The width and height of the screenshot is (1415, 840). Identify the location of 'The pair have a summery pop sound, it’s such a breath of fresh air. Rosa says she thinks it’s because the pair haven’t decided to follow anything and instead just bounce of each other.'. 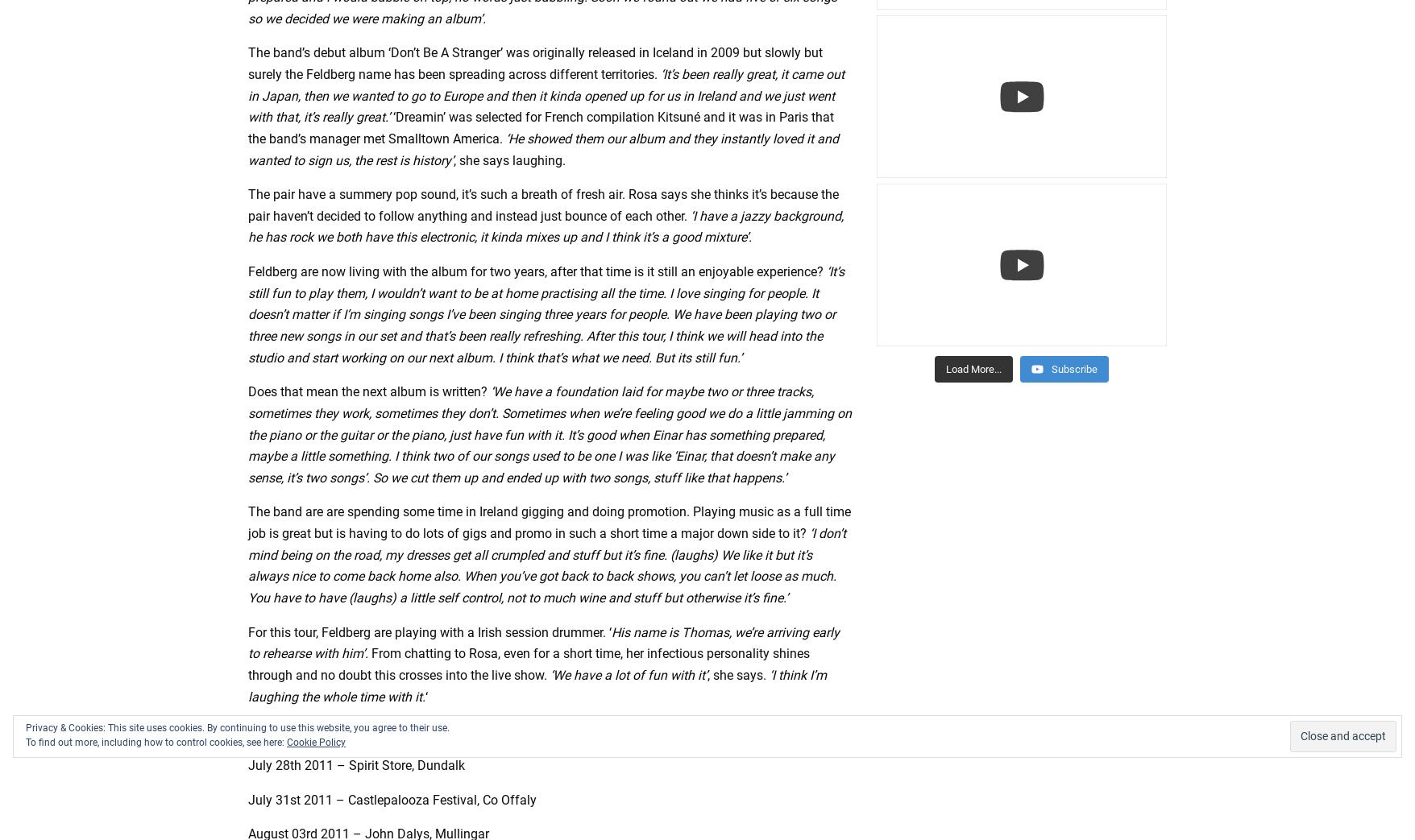
(543, 205).